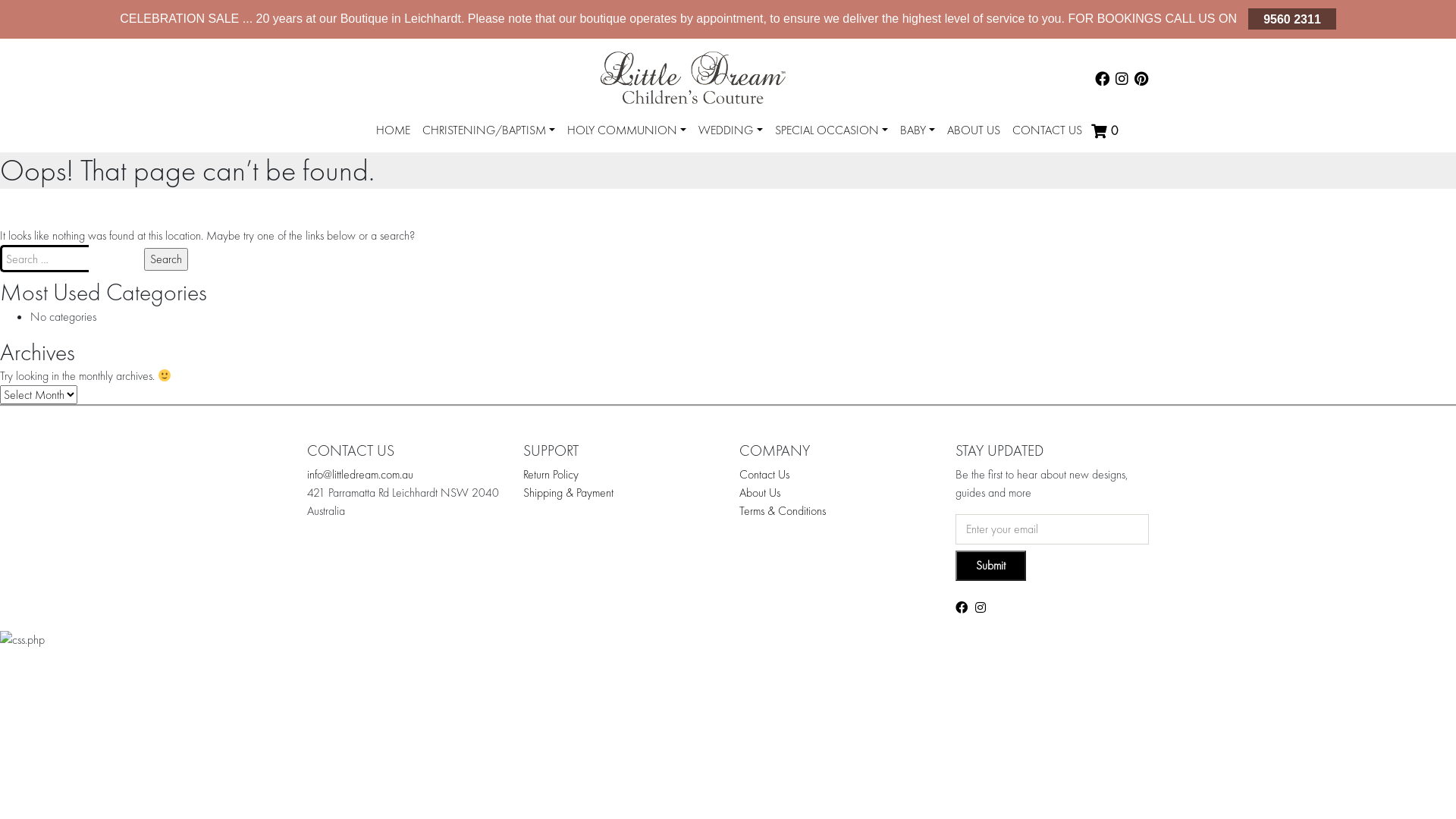 The height and width of the screenshot is (819, 1456). Describe the element at coordinates (916, 130) in the screenshot. I see `'BABY'` at that location.